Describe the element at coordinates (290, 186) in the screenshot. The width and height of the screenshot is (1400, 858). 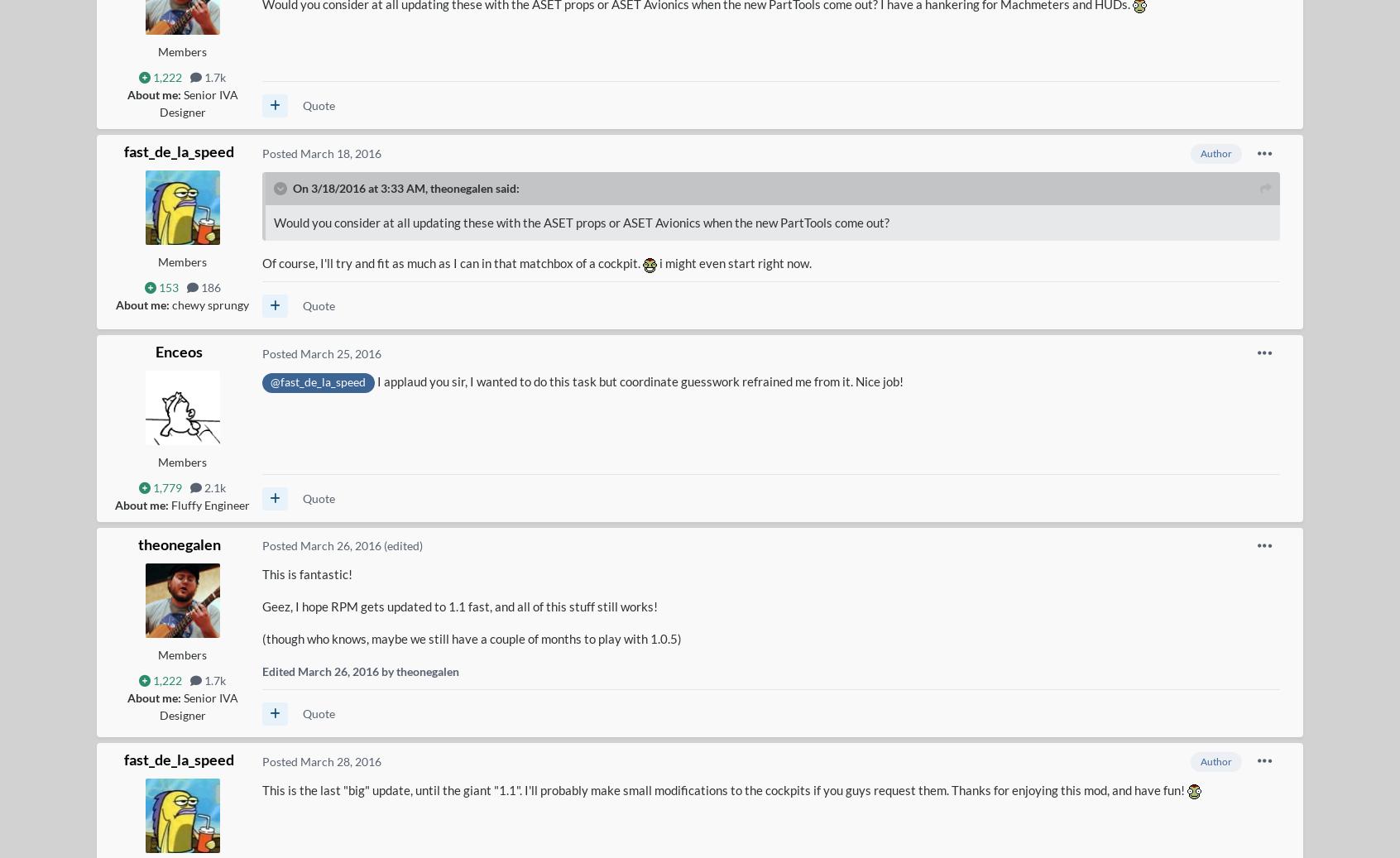
I see `'On 3/18/2016 at 3:33 AM,'` at that location.